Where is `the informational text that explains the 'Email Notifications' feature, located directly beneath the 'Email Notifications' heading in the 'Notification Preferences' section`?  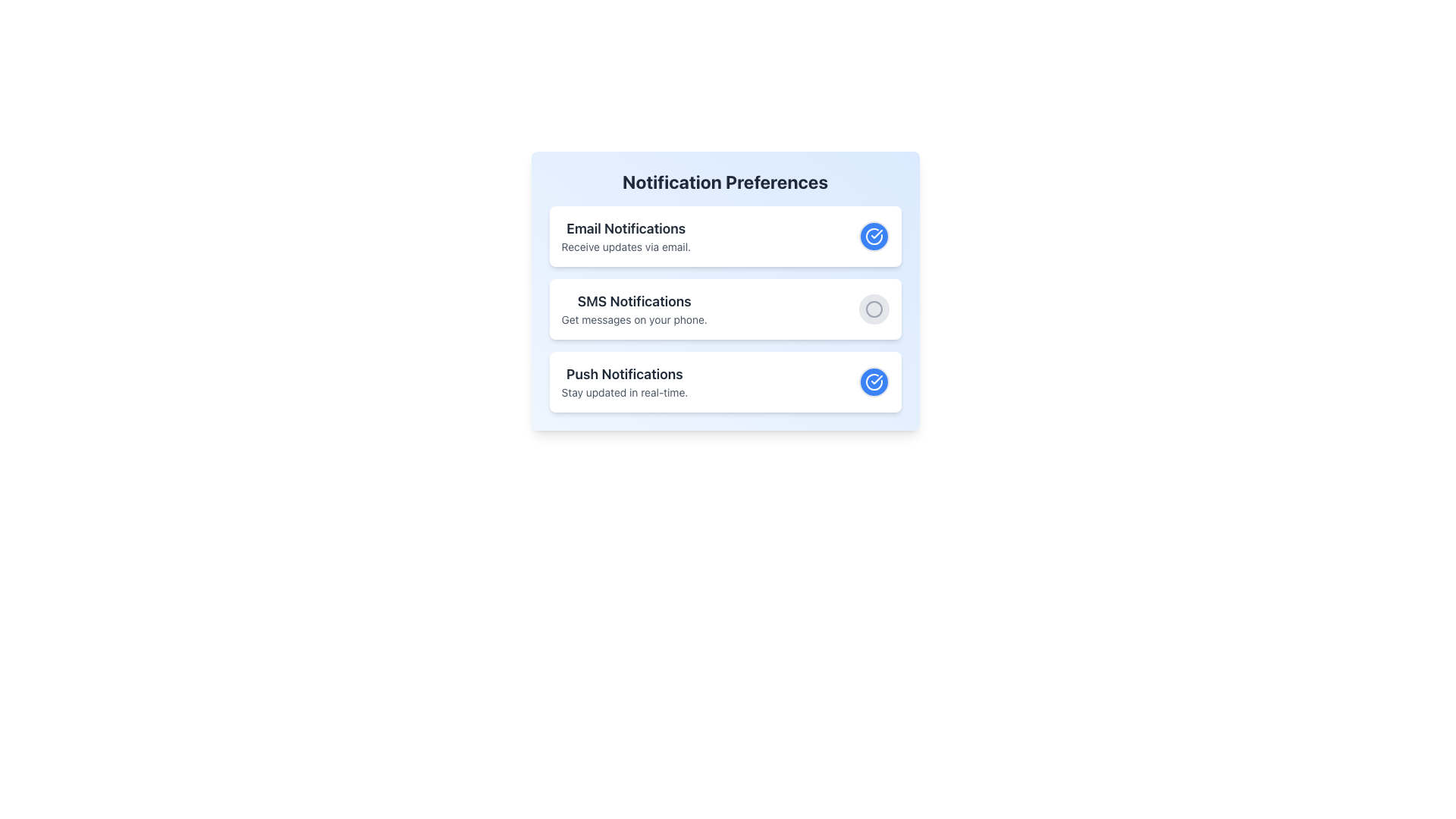 the informational text that explains the 'Email Notifications' feature, located directly beneath the 'Email Notifications' heading in the 'Notification Preferences' section is located at coordinates (626, 246).